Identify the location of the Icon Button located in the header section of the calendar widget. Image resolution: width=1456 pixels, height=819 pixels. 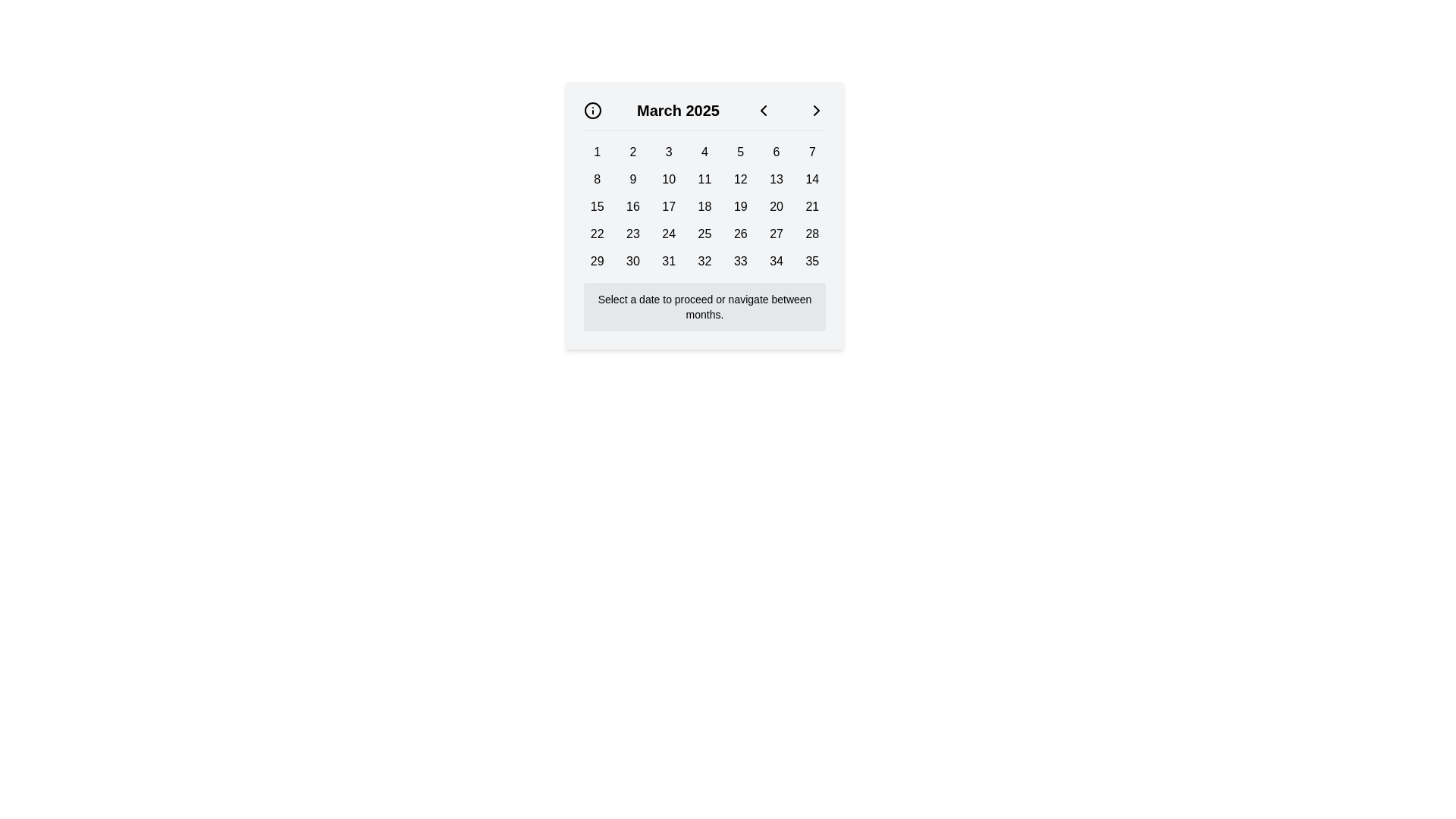
(815, 110).